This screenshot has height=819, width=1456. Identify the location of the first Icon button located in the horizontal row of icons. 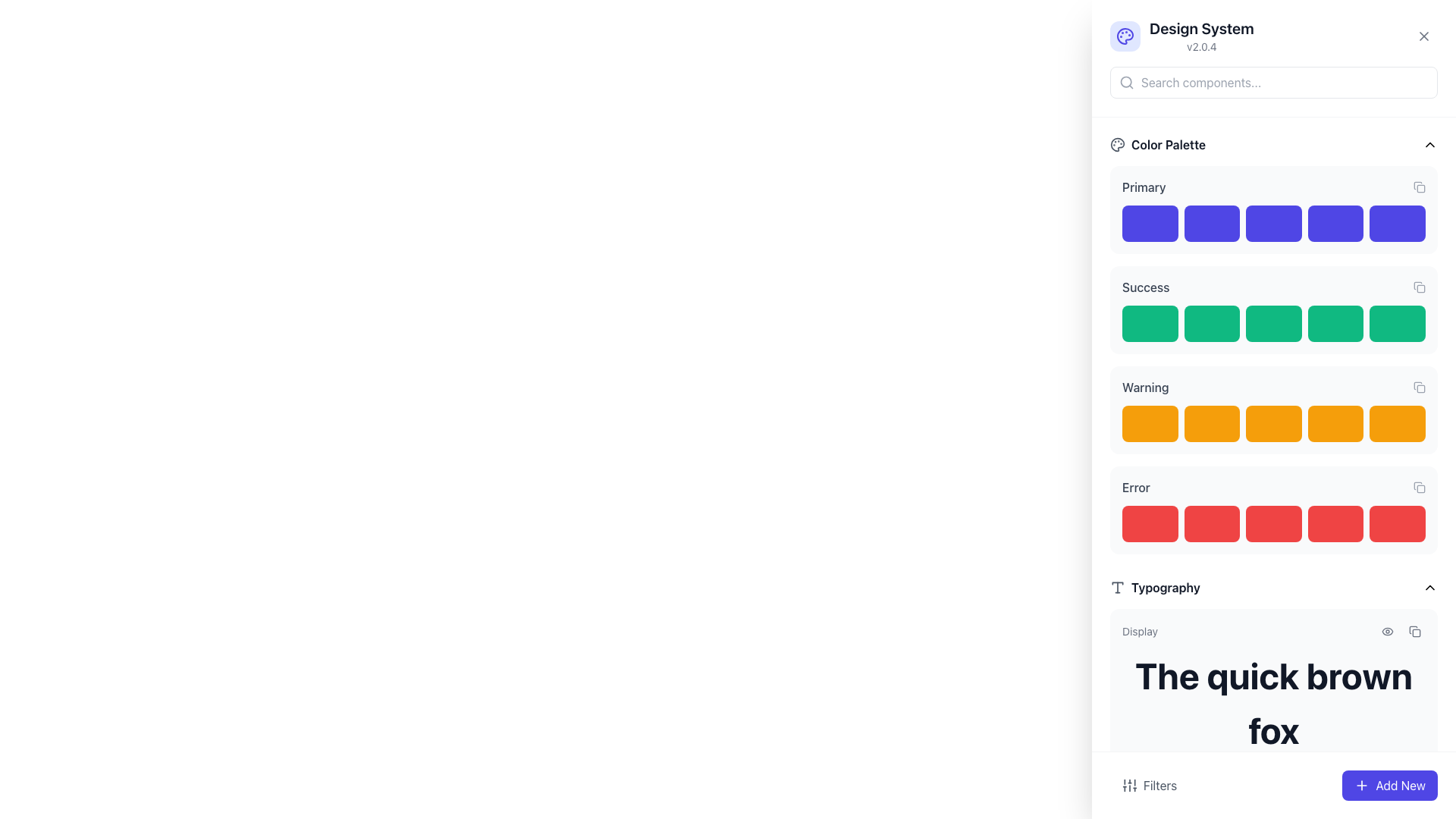
(1387, 632).